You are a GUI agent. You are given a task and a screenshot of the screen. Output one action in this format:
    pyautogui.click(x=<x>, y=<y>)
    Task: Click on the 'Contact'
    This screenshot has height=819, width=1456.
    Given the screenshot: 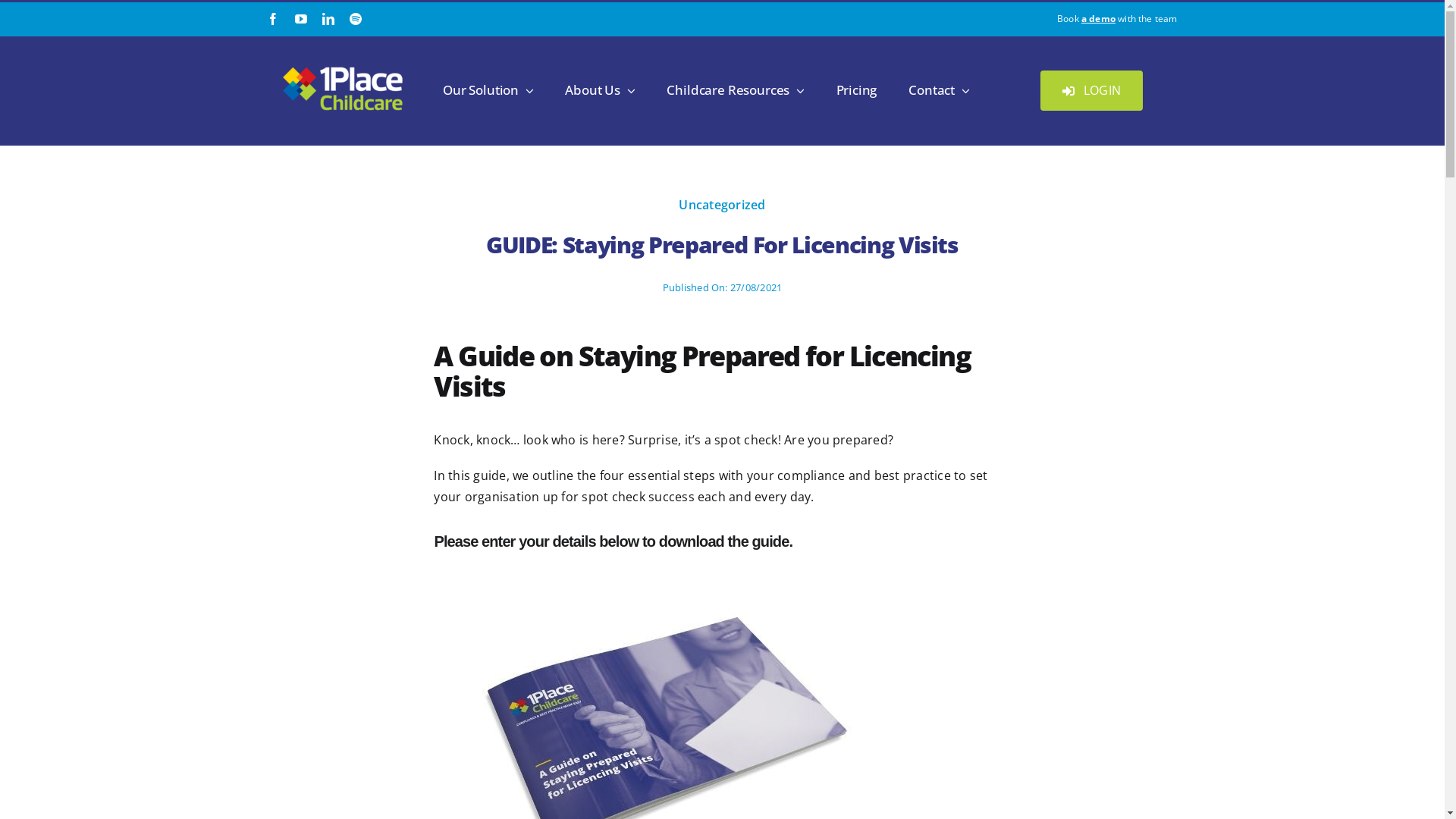 What is the action you would take?
    pyautogui.click(x=938, y=90)
    